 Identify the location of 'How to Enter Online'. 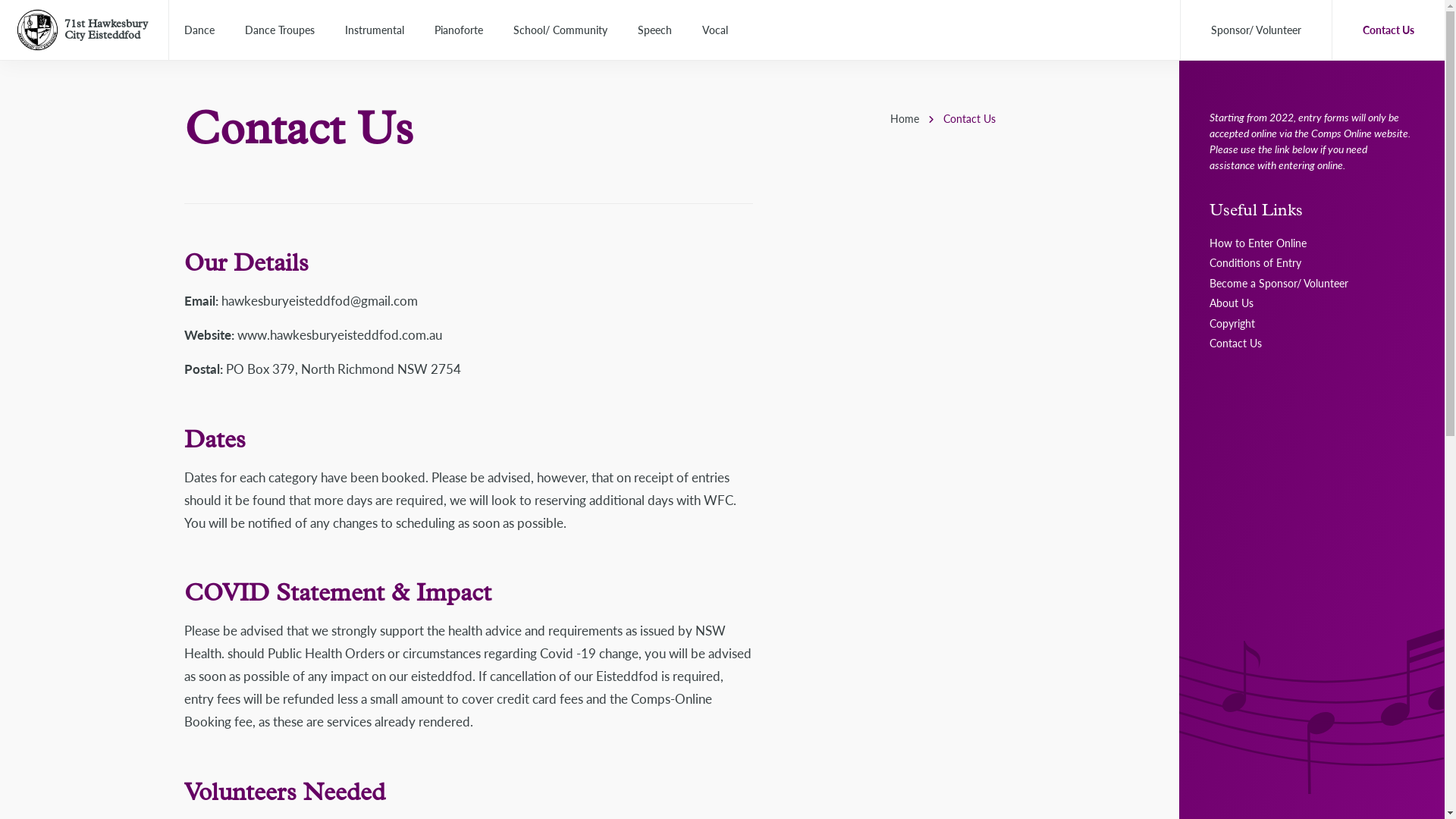
(1258, 242).